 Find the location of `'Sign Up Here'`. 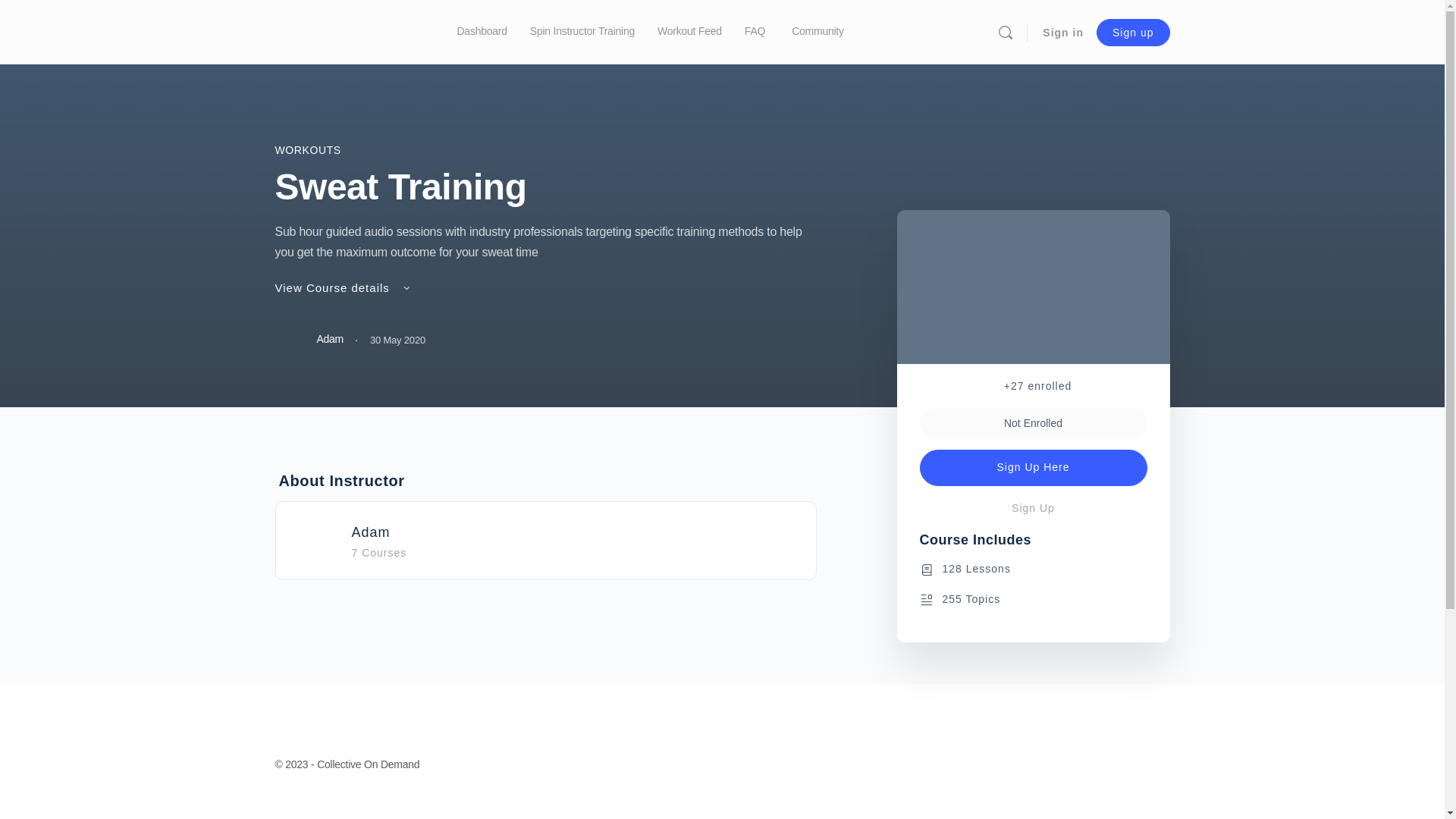

'Sign Up Here' is located at coordinates (1032, 467).